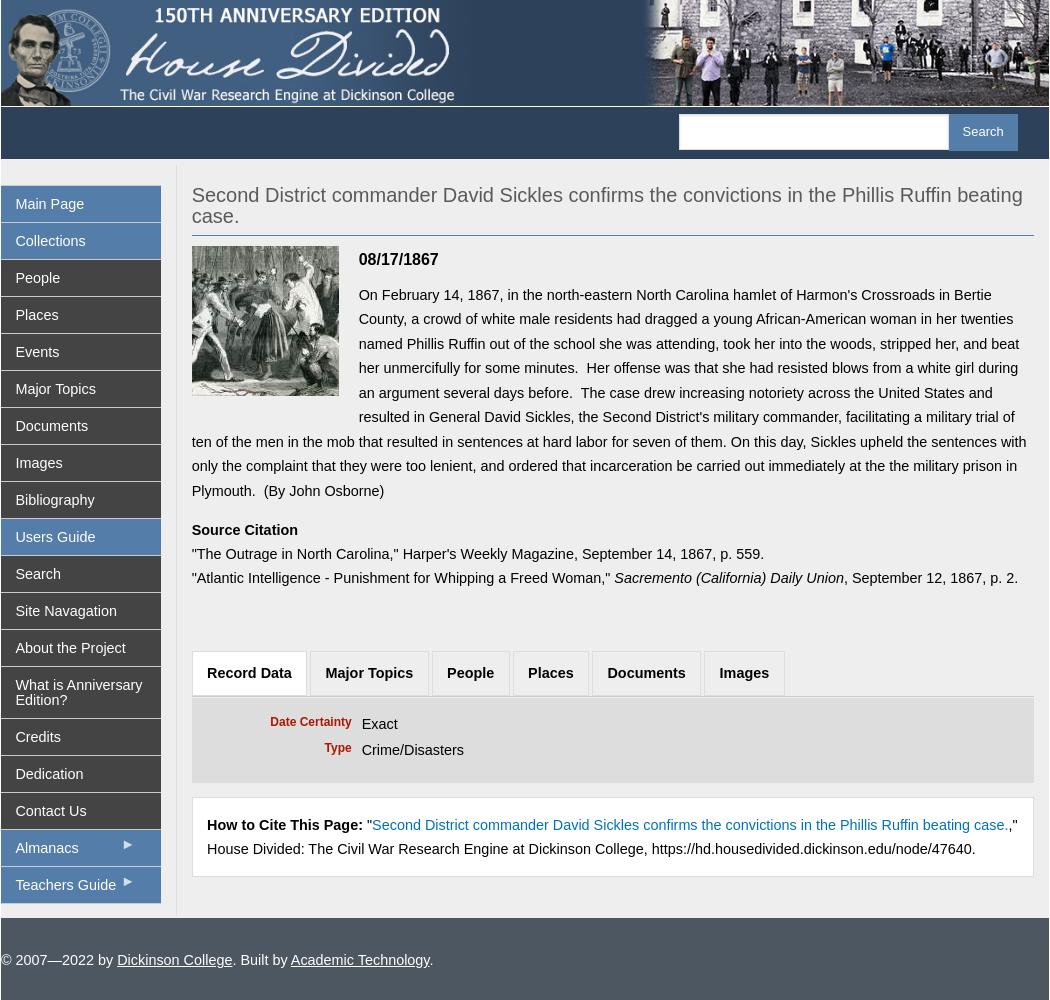  Describe the element at coordinates (470, 672) in the screenshot. I see `'People'` at that location.